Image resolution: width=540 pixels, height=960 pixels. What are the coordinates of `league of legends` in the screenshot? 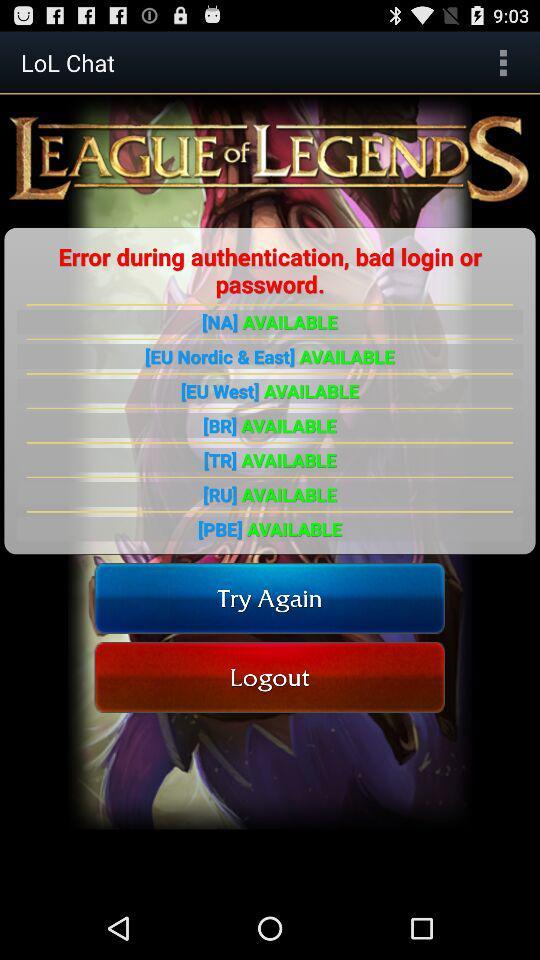 It's located at (270, 157).